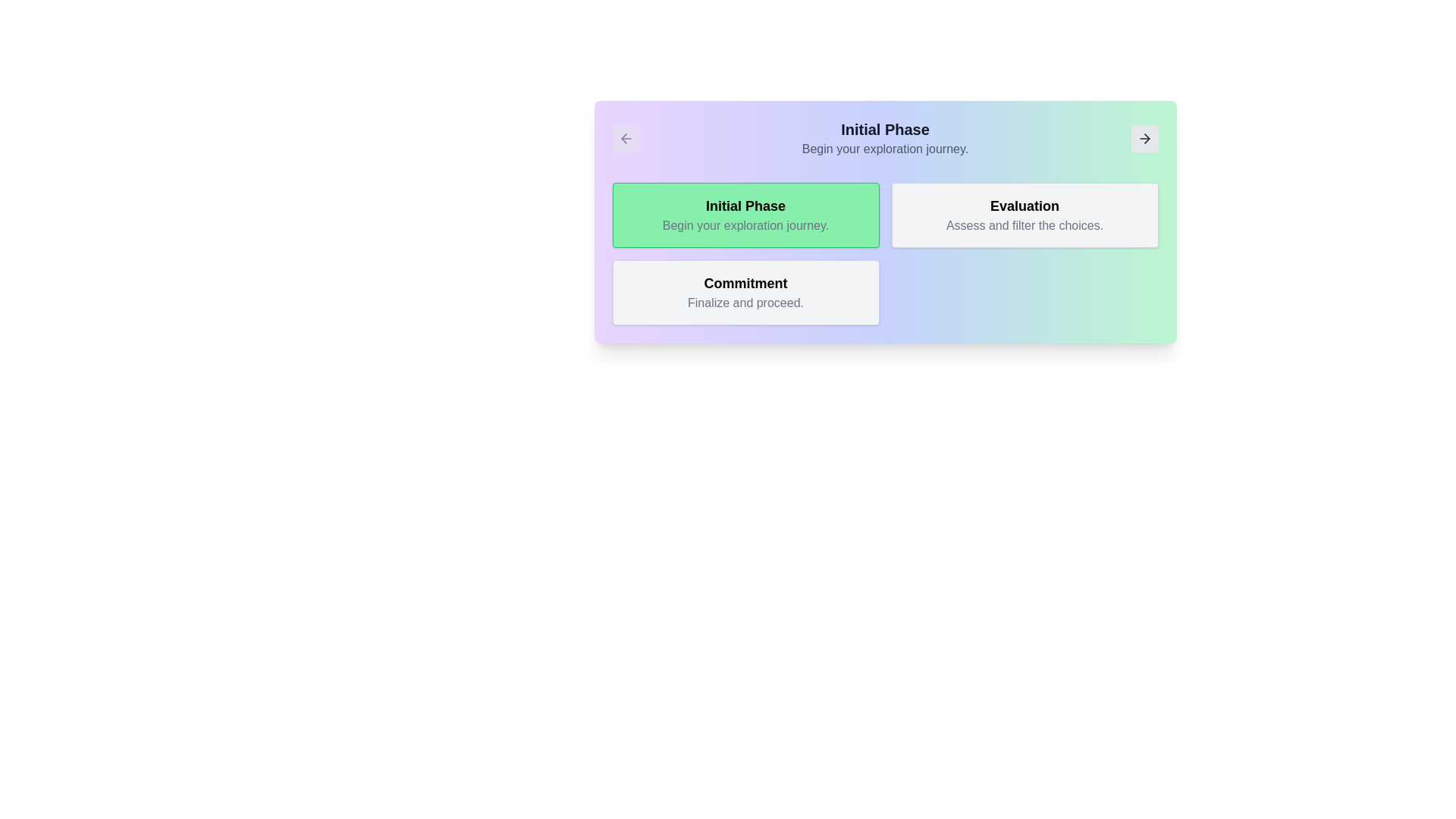  What do you see at coordinates (626, 138) in the screenshot?
I see `the small, rounded rectangular gray button with a leftward arrow icon` at bounding box center [626, 138].